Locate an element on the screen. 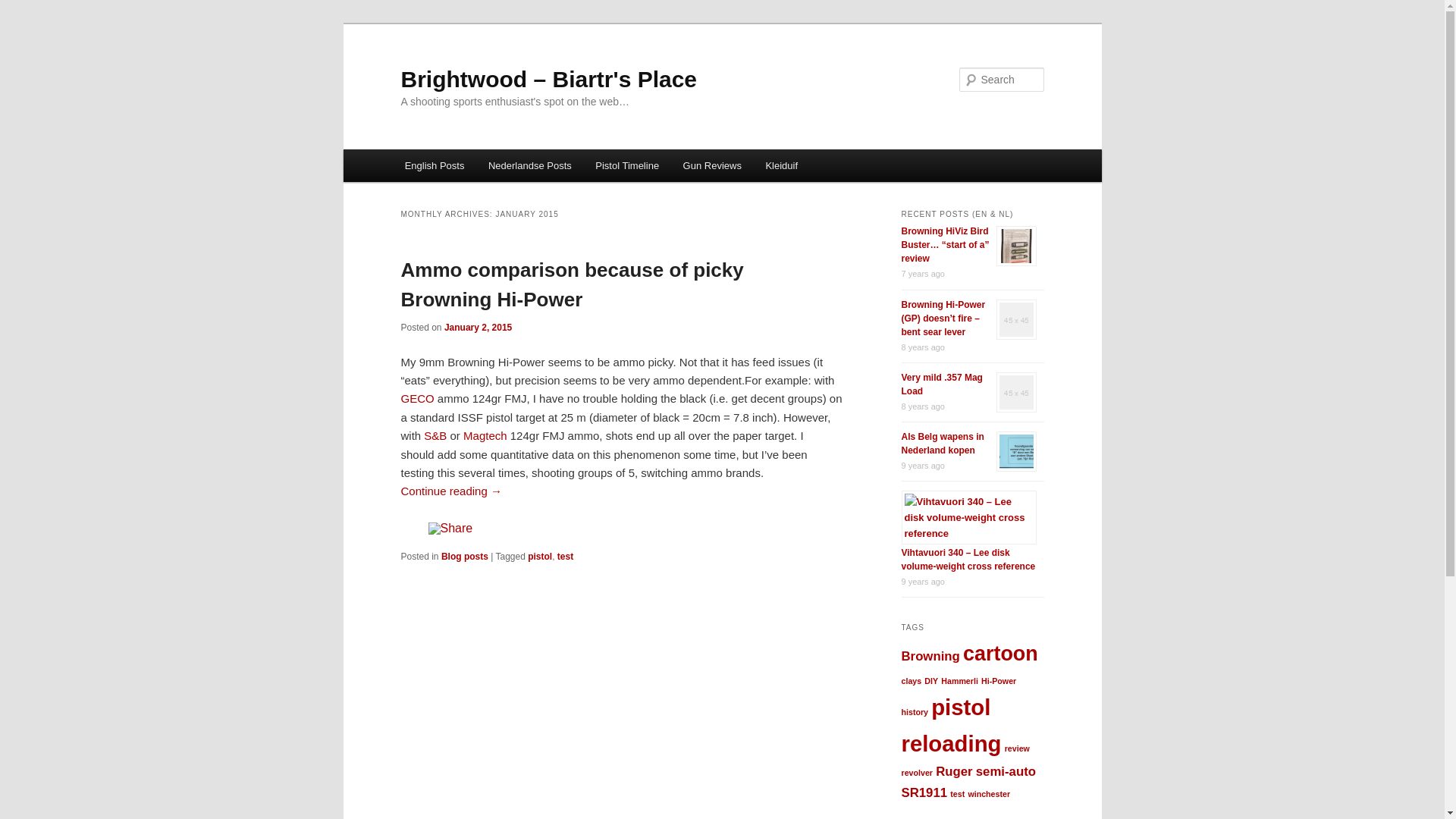 The height and width of the screenshot is (819, 1456). 'Ruger' is located at coordinates (952, 771).